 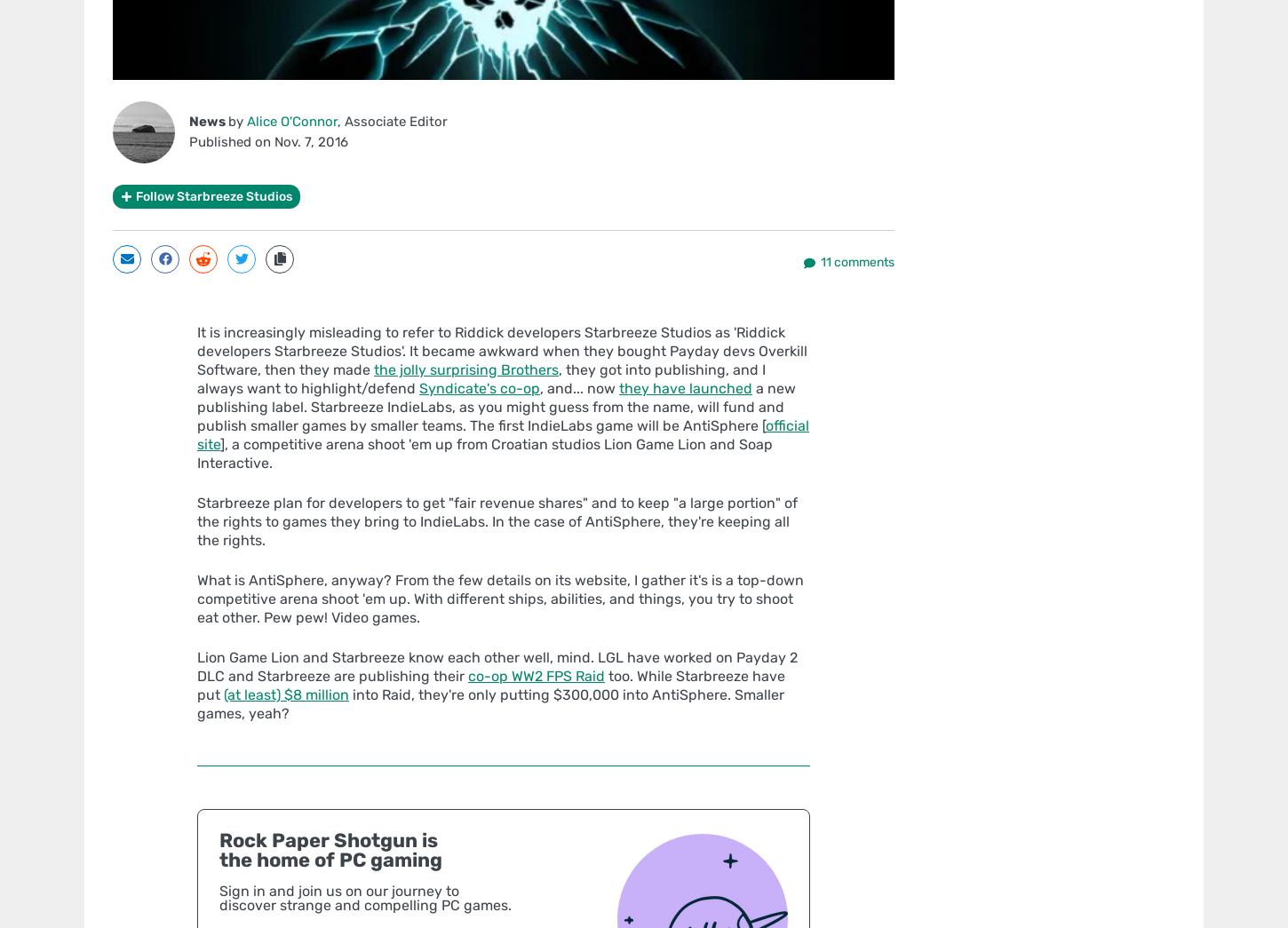 I want to click on 'News', so click(x=208, y=119).